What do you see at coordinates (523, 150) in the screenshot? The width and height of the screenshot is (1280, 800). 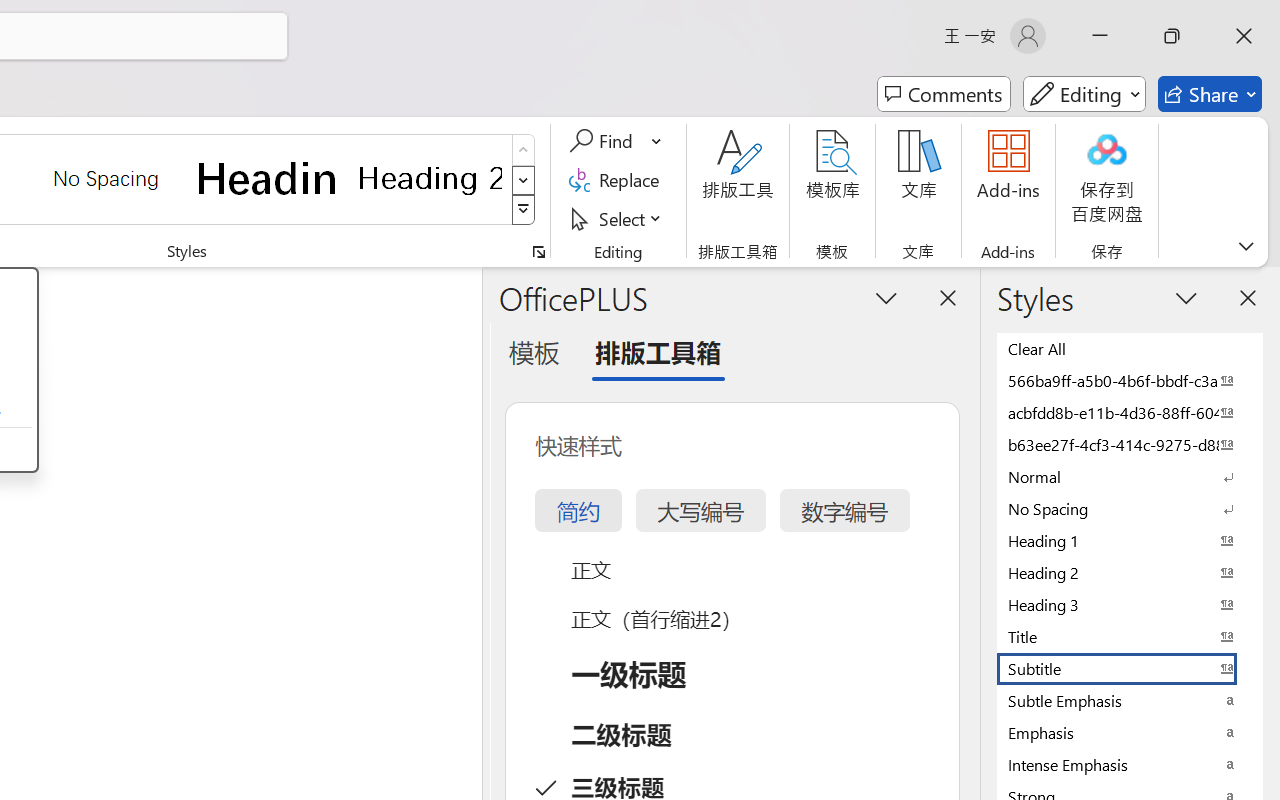 I see `'Row up'` at bounding box center [523, 150].